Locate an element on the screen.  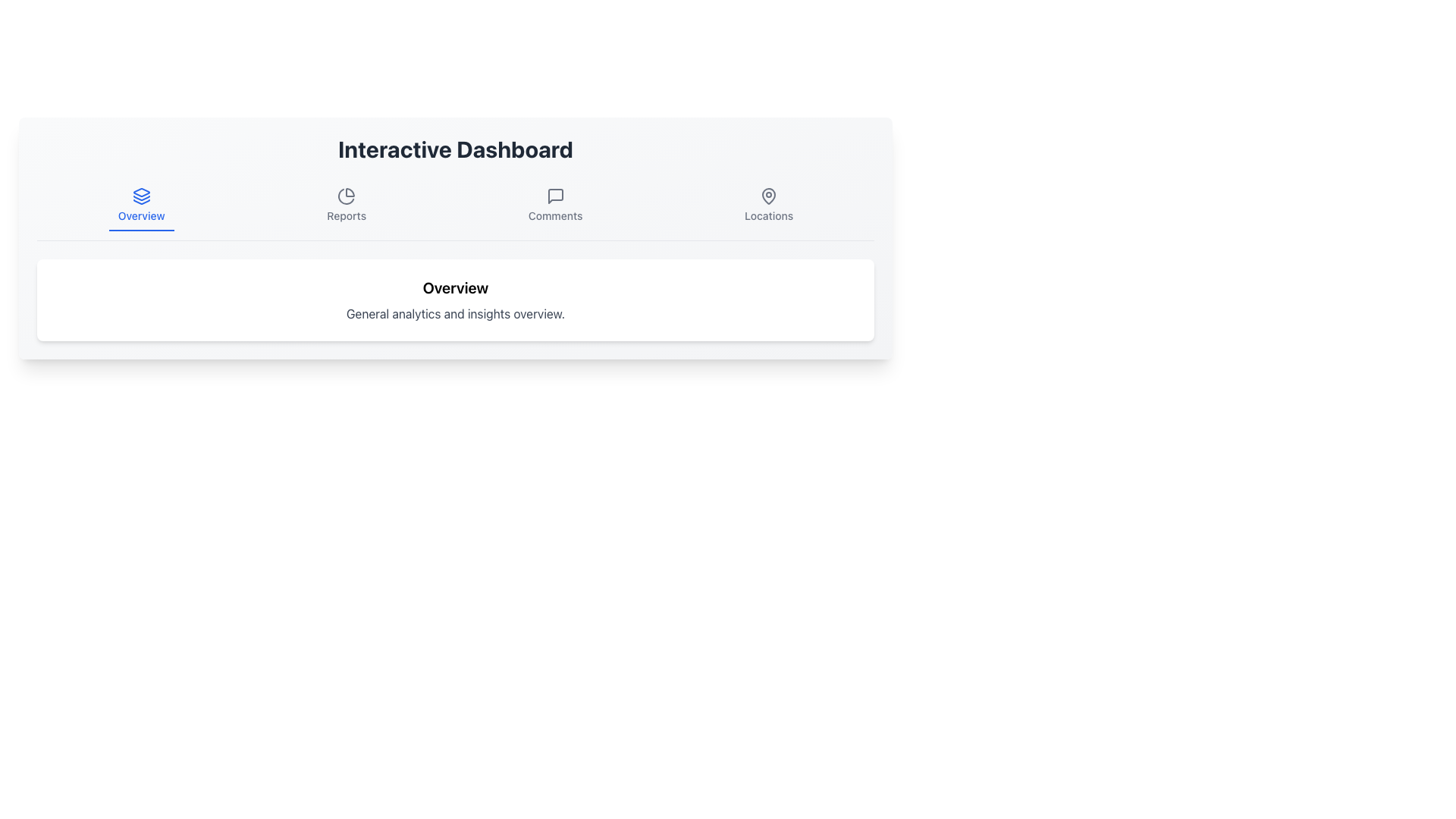
the Static text block labeled 'Overview' is located at coordinates (454, 300).